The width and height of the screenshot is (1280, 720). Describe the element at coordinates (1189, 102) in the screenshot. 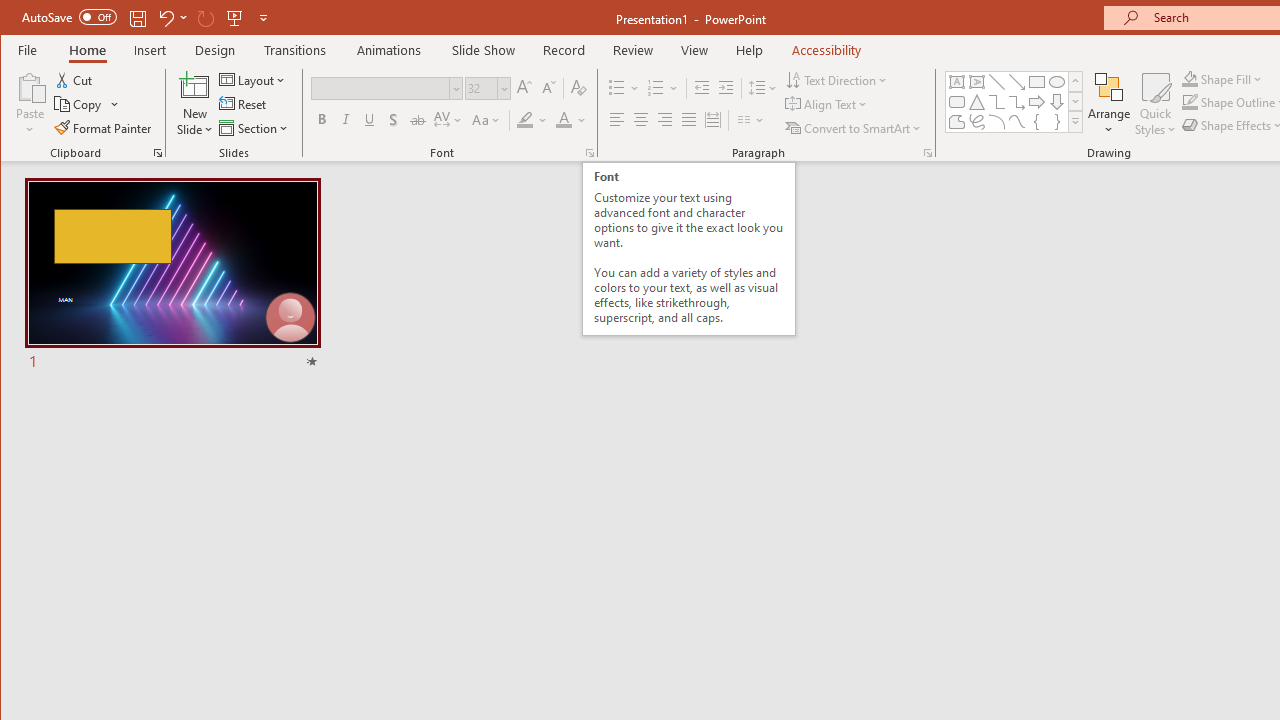

I see `'Shape Outline Blue, Accent 1'` at that location.